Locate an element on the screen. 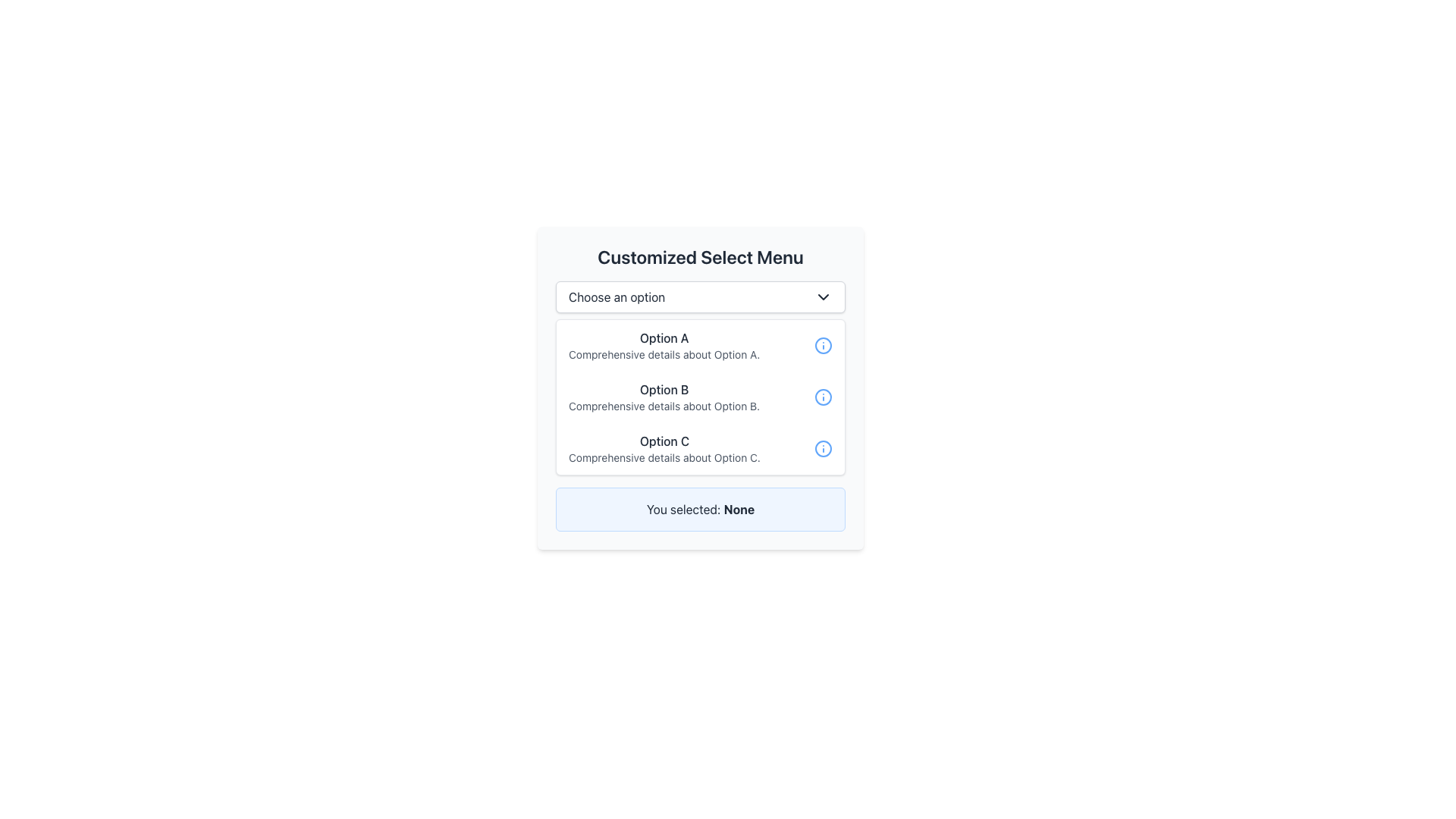 The width and height of the screenshot is (1456, 819). the information icon located to the right of the 'Option C' menu item in the dropdown menu, which allows users is located at coordinates (822, 447).